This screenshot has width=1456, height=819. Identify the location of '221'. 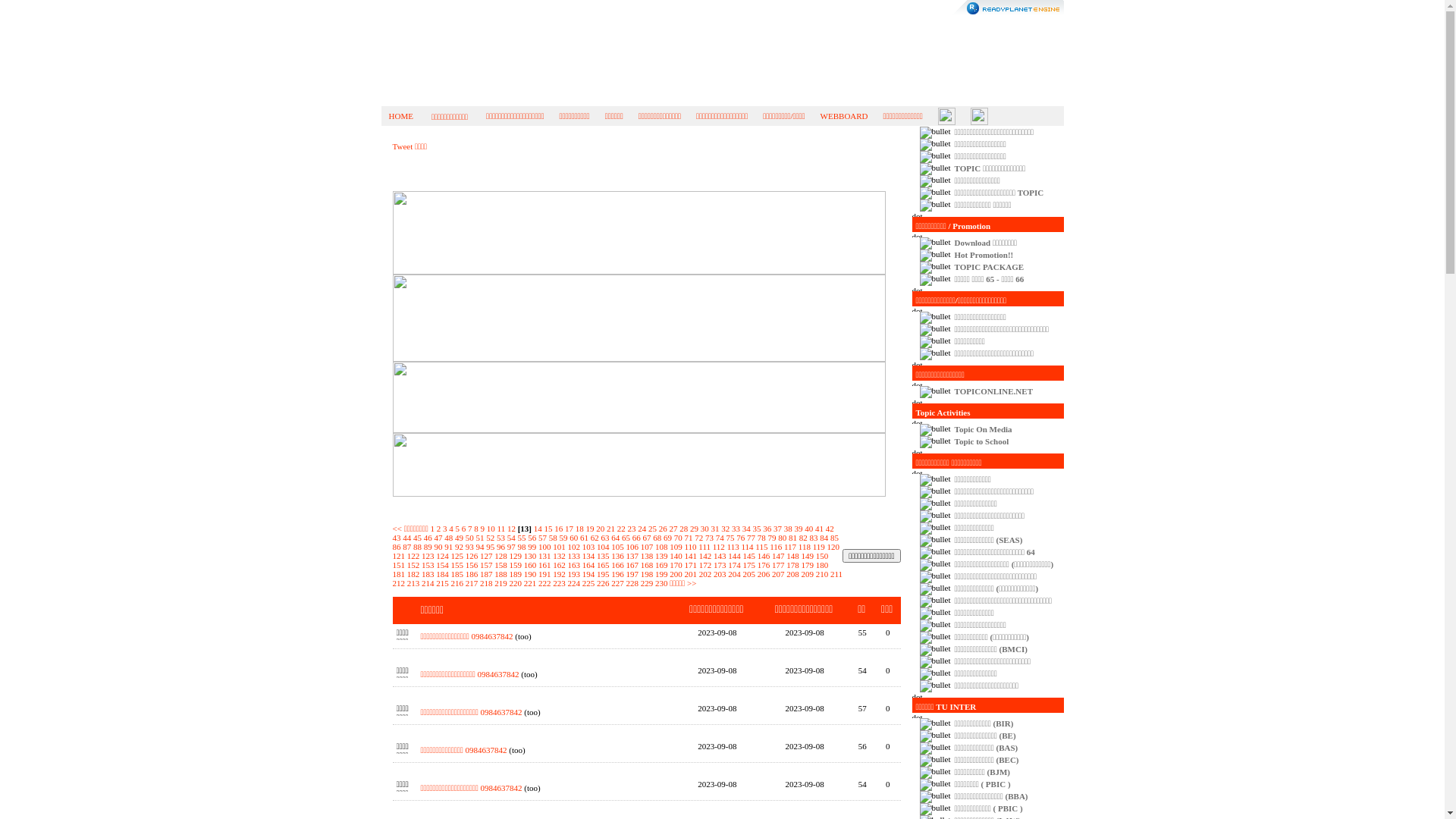
(530, 582).